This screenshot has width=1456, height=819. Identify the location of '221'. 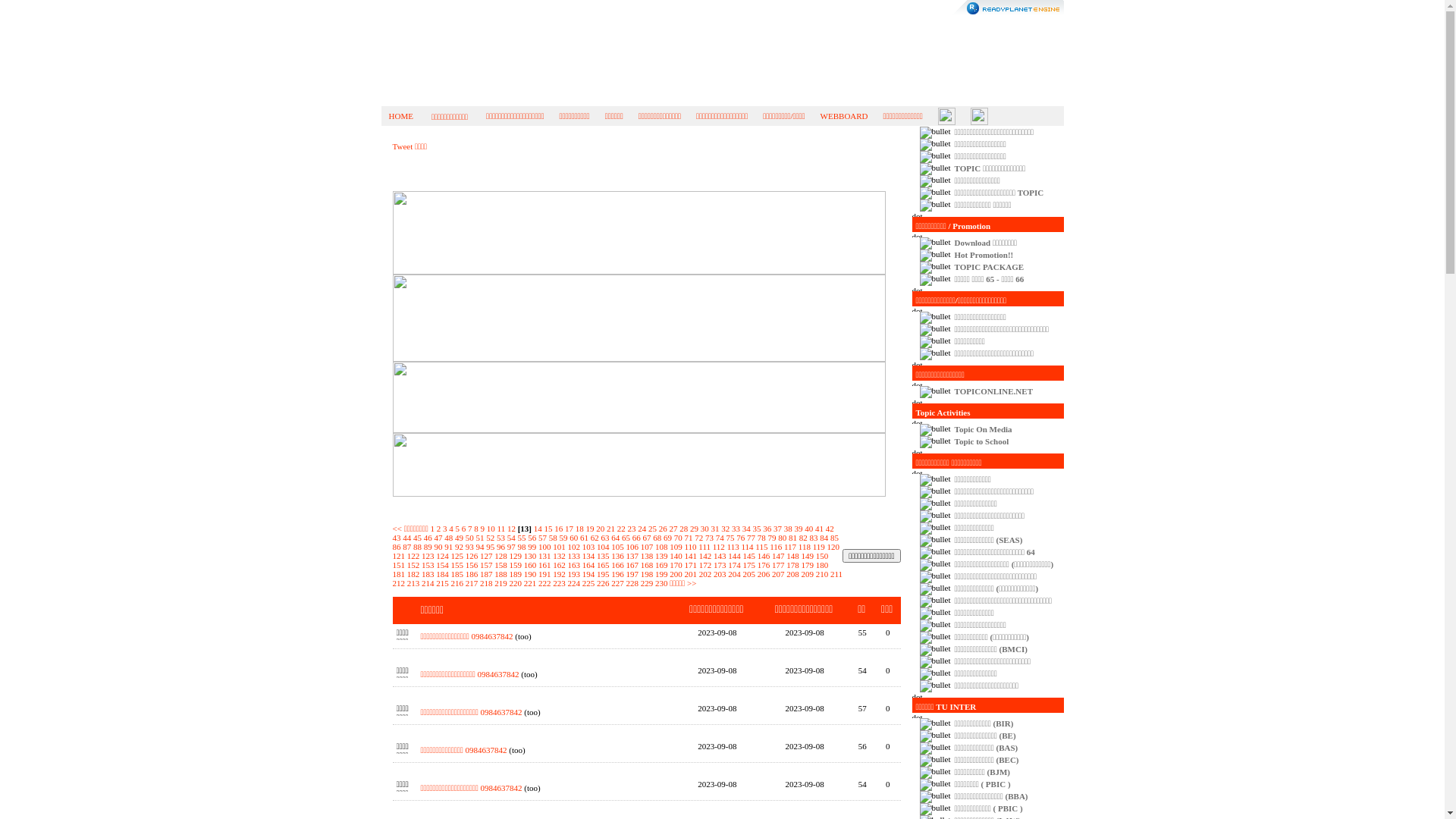
(530, 582).